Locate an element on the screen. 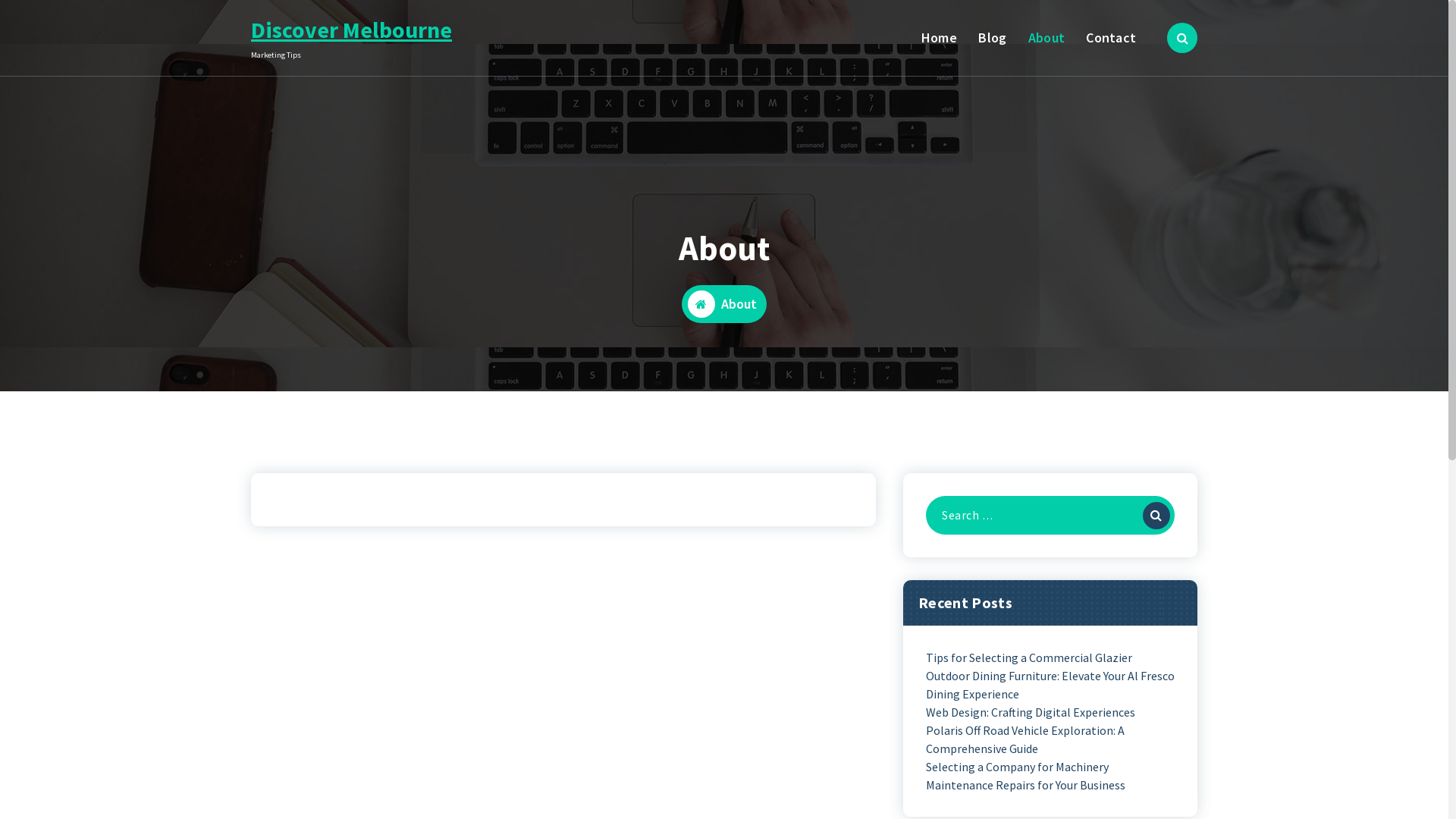 Image resolution: width=1456 pixels, height=819 pixels. 'Discover Melbourne' is located at coordinates (251, 29).